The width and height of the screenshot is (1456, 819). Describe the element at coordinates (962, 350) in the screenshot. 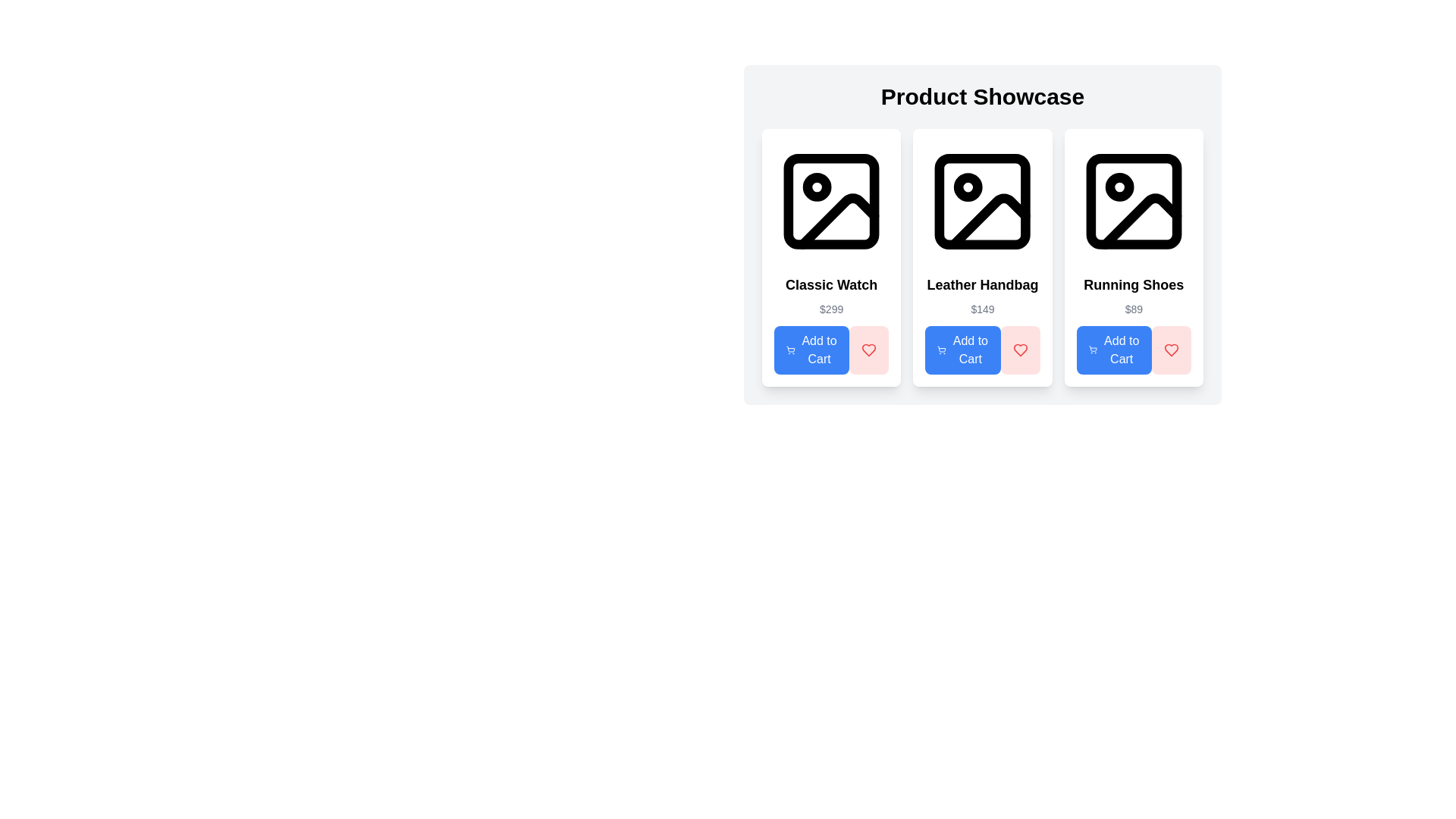

I see `the blue 'Add to Cart' button with a shopping cart icon` at that location.